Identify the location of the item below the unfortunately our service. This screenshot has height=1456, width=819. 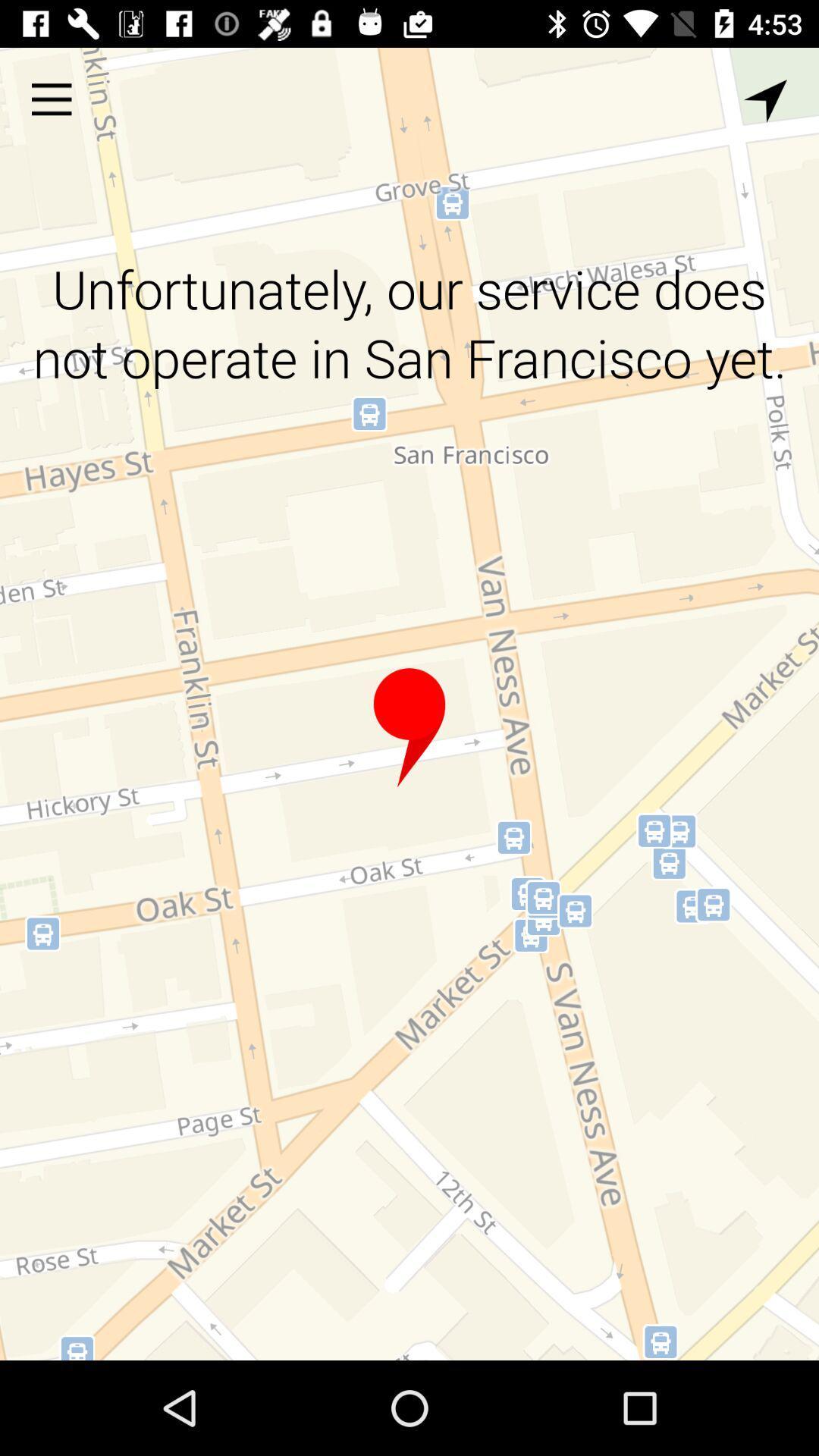
(409, 728).